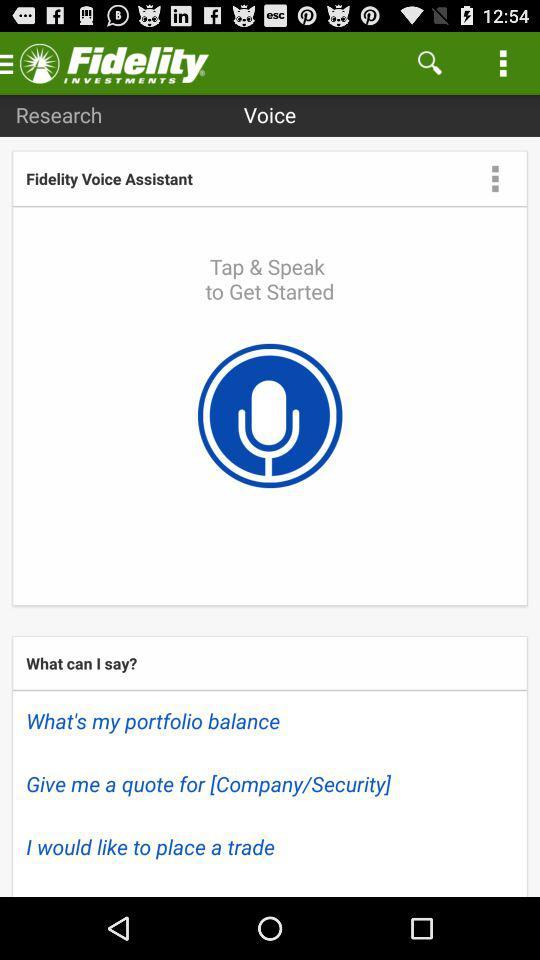  Describe the element at coordinates (494, 177) in the screenshot. I see `more options` at that location.